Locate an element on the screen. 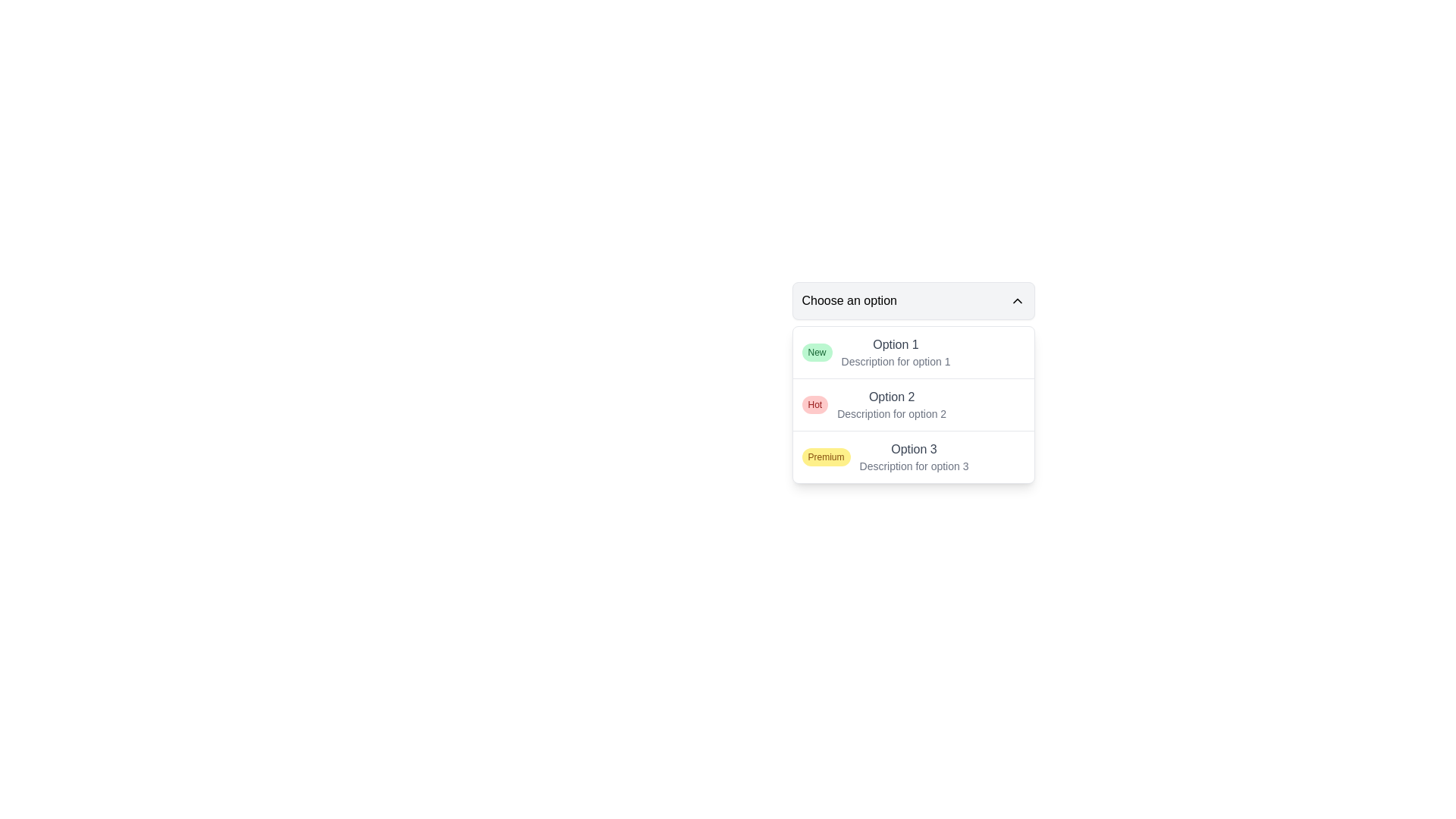 The width and height of the screenshot is (1456, 819). the 'Premium Option 3' list item in the dropdown menu is located at coordinates (912, 456).